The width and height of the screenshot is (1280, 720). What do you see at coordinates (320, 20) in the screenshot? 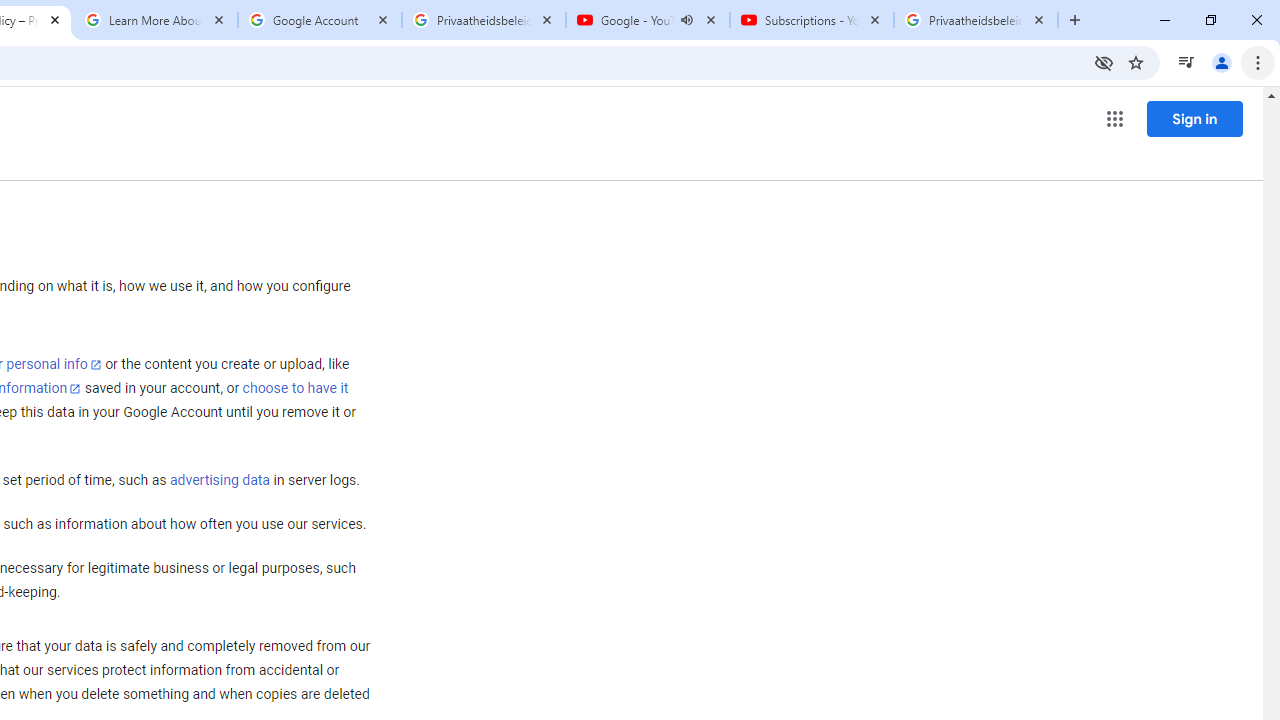
I see `'Google Account'` at bounding box center [320, 20].